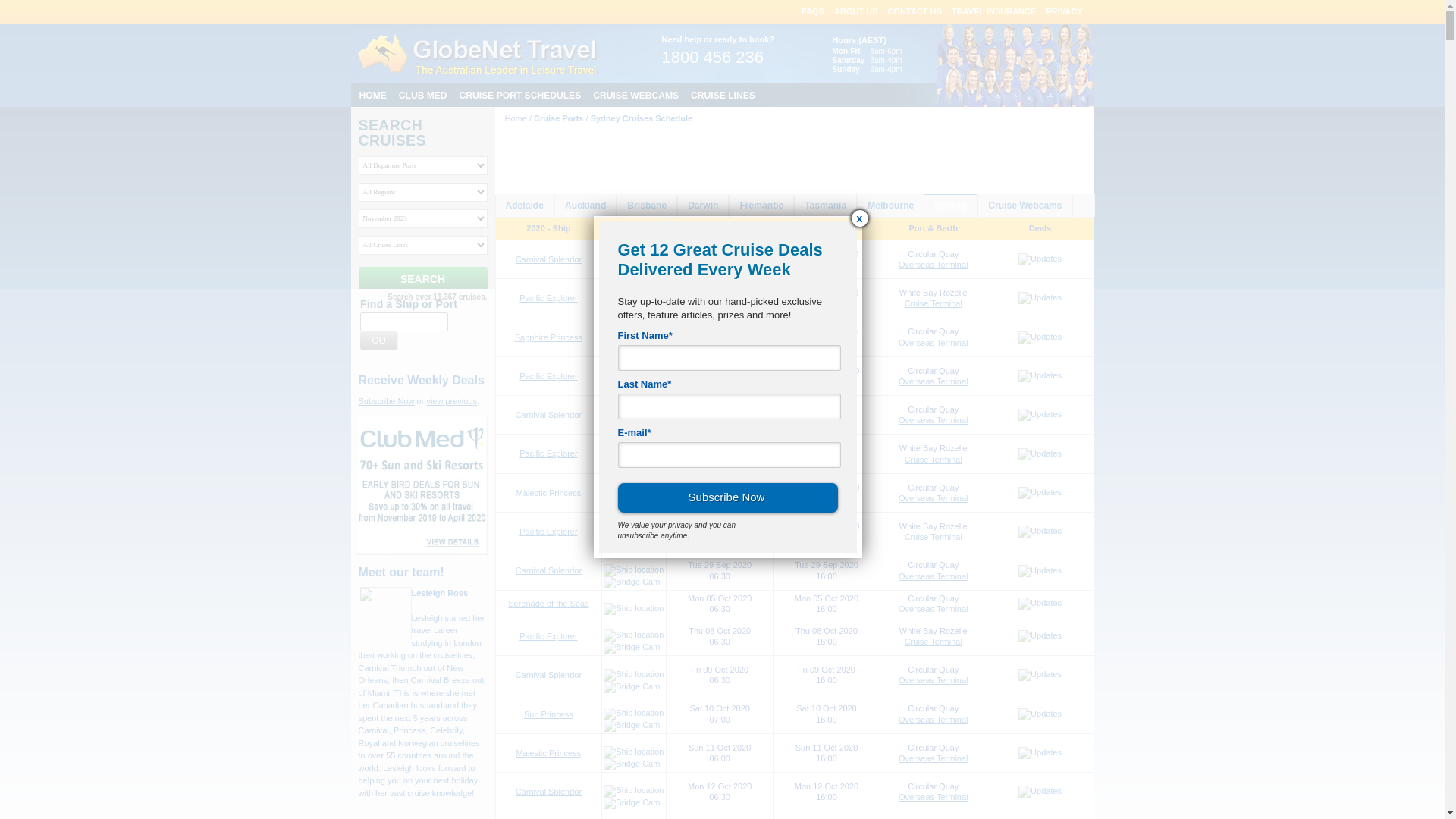  What do you see at coordinates (633, 257) in the screenshot?
I see `'Ship location'` at bounding box center [633, 257].